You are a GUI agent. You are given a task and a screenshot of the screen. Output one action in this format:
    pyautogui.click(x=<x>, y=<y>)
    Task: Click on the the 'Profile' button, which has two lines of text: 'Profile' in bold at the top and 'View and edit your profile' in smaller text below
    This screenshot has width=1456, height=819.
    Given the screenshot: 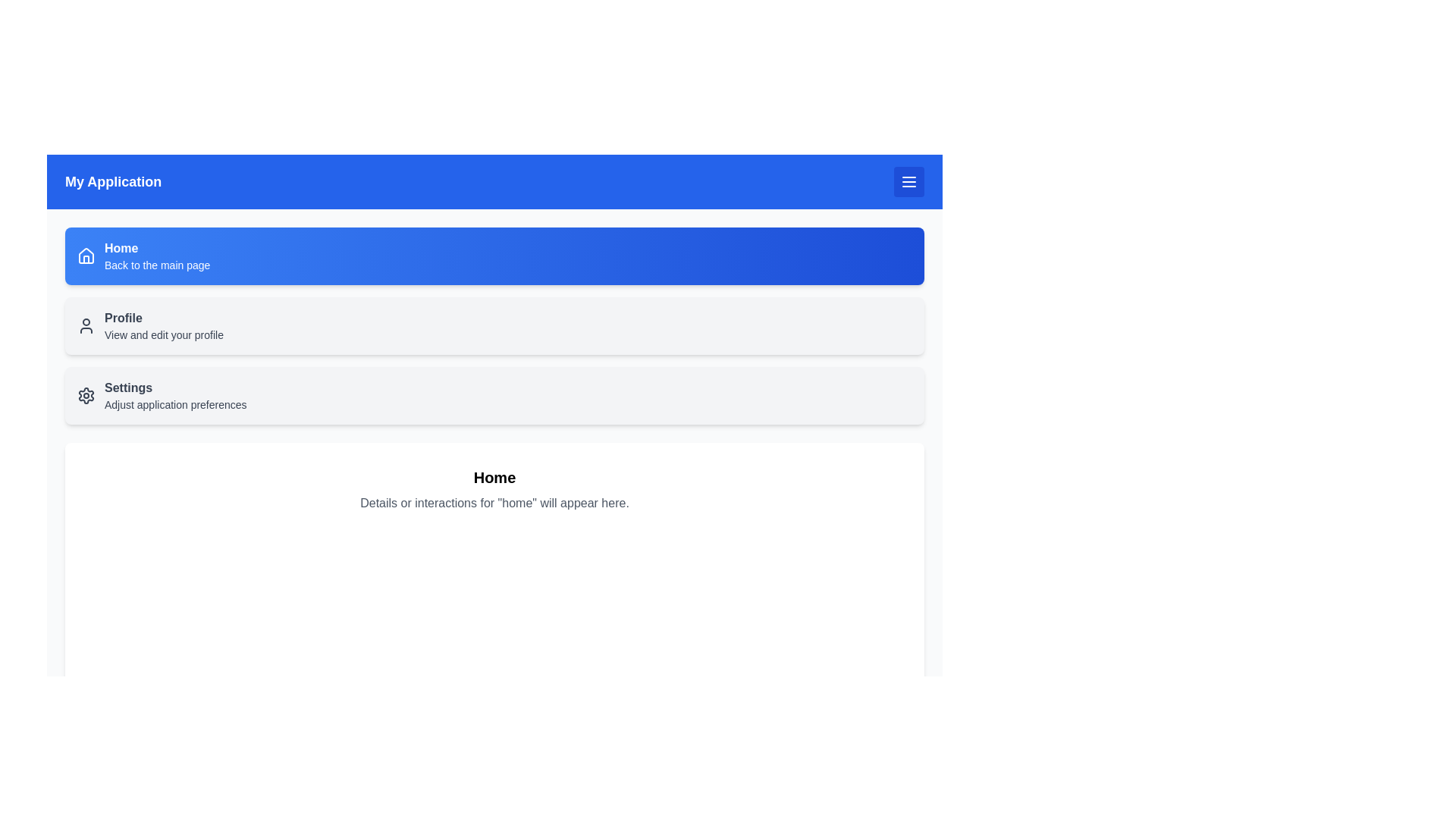 What is the action you would take?
    pyautogui.click(x=164, y=325)
    